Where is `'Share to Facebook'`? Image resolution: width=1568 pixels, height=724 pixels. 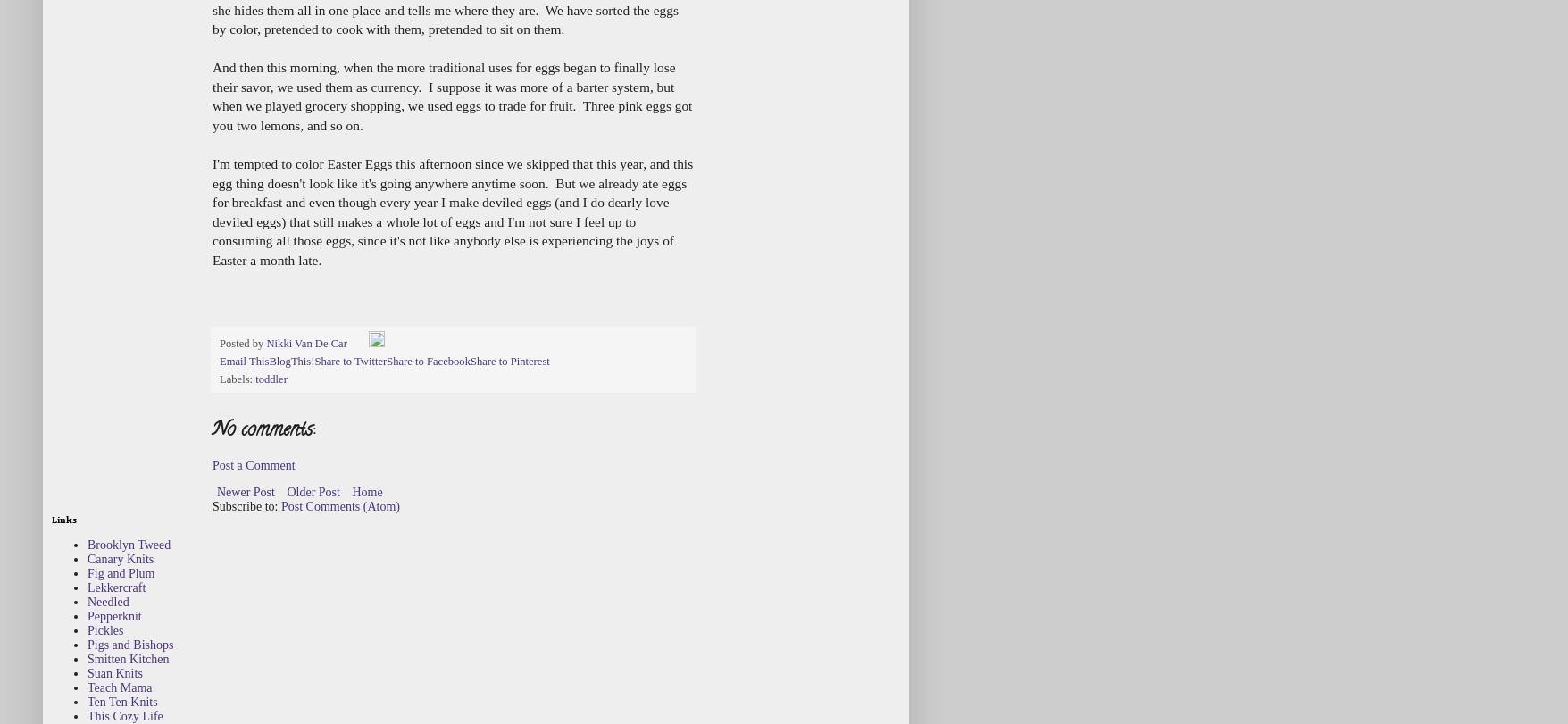 'Share to Facebook' is located at coordinates (386, 361).